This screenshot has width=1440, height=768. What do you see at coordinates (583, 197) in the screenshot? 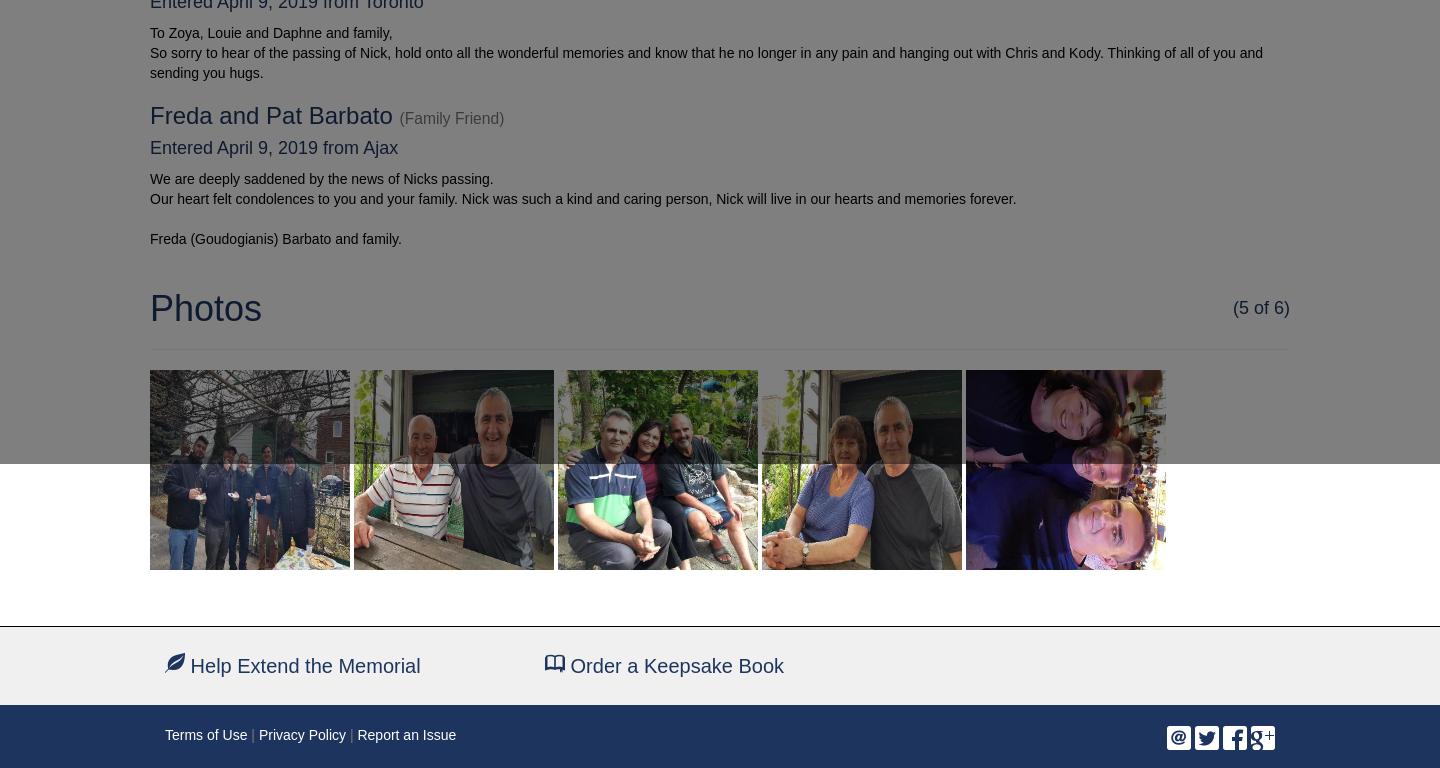
I see `'Our heart felt condolences to you and your family. Nick was such a kind and caring person, Nick will live in our hearts and memories forever.'` at bounding box center [583, 197].